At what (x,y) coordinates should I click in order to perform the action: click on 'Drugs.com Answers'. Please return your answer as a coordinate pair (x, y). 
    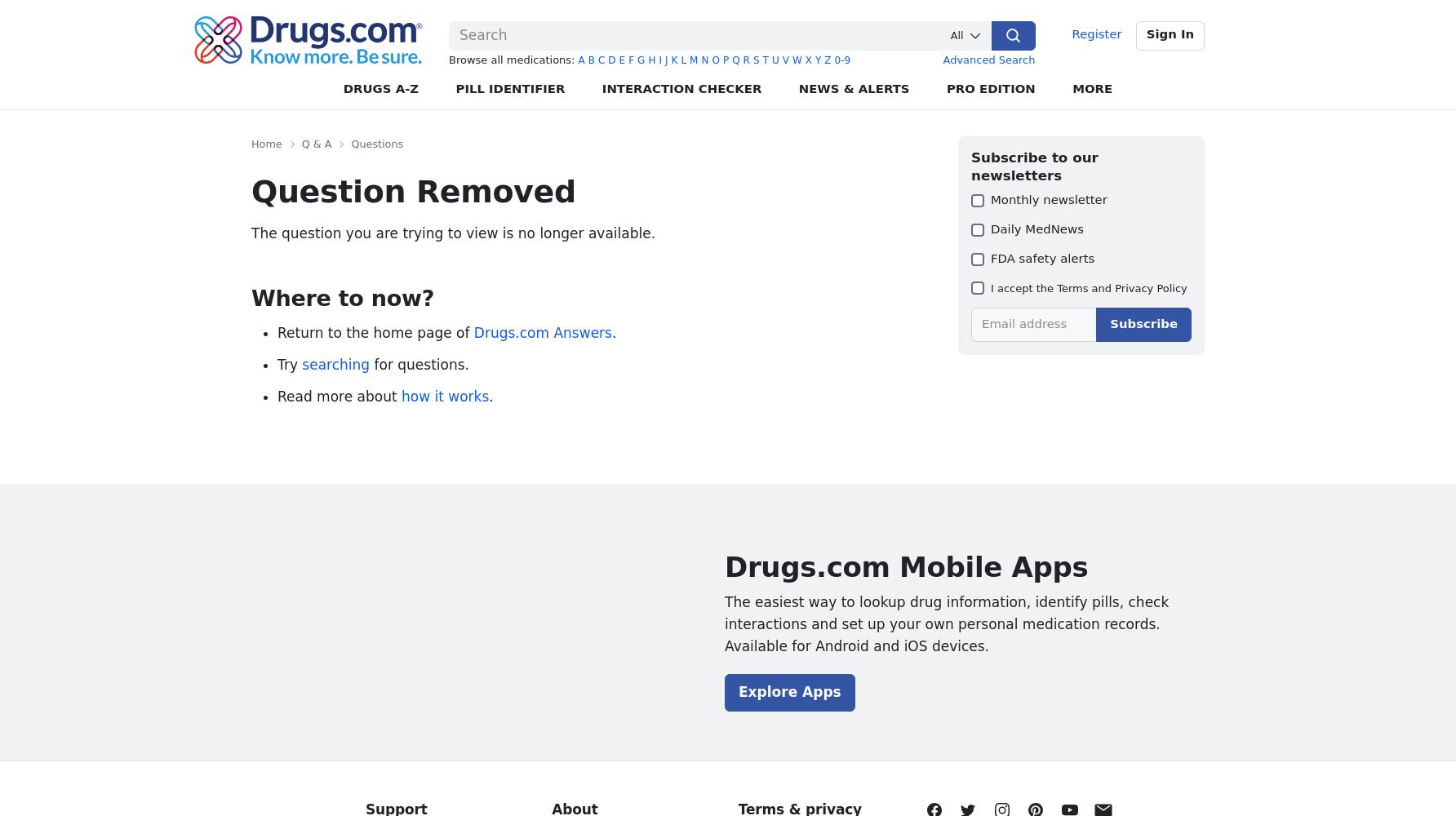
    Looking at the image, I should click on (541, 332).